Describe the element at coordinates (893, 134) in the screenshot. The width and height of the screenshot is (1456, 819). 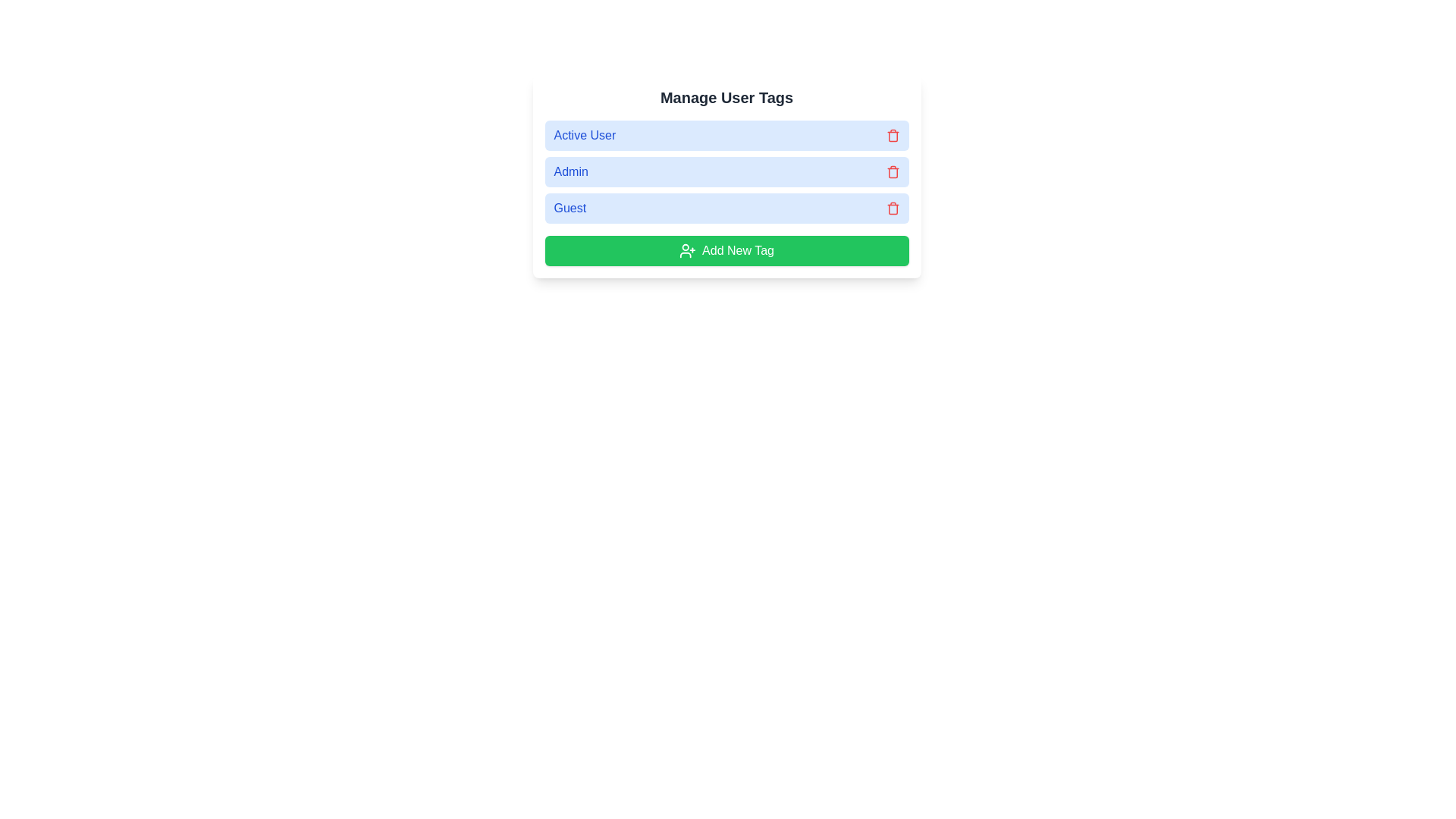
I see `the red trash can icon located on the right side of the row labeled 'Active User'` at that location.